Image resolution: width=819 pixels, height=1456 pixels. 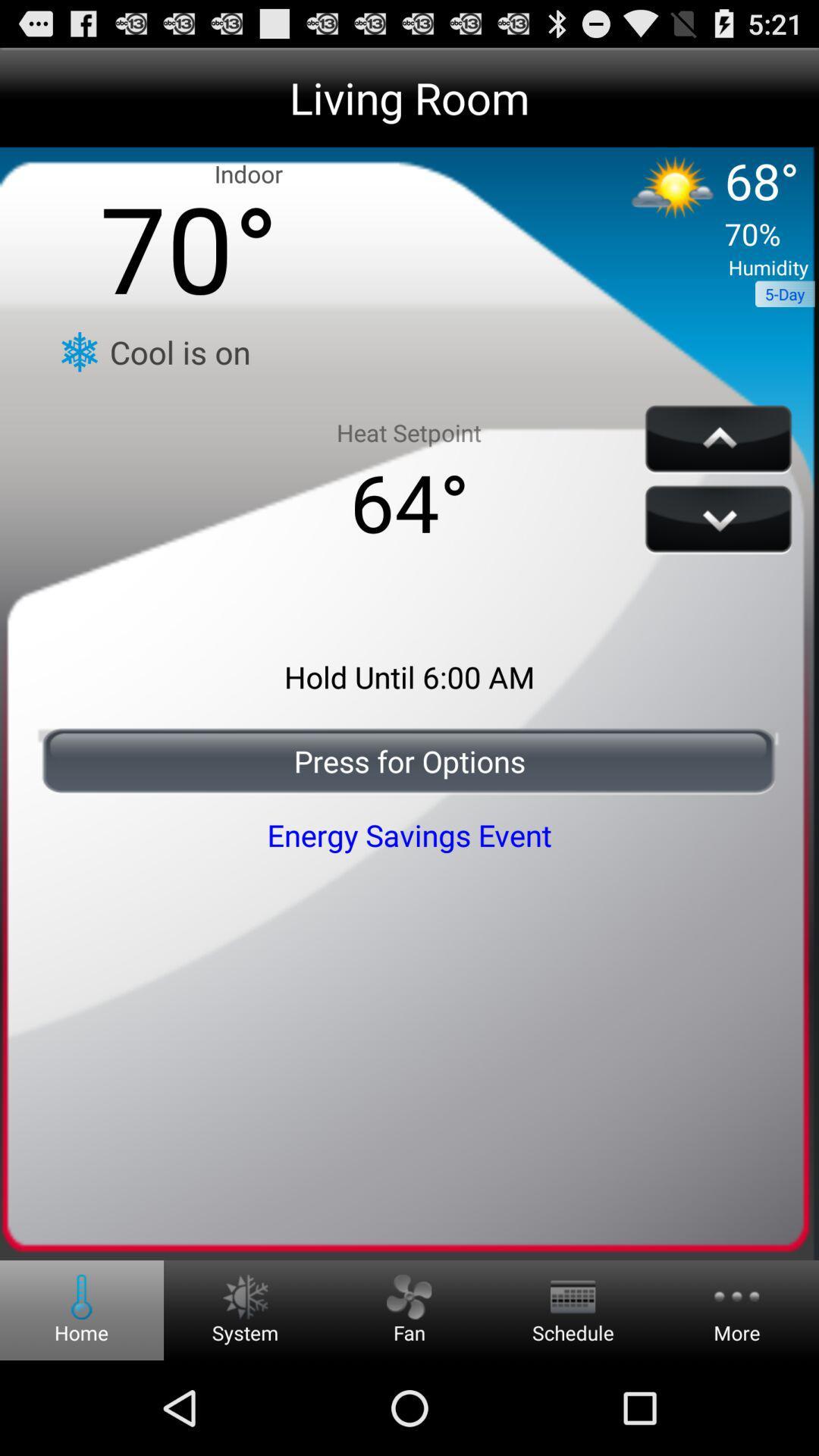 What do you see at coordinates (408, 1296) in the screenshot?
I see `the fan button` at bounding box center [408, 1296].